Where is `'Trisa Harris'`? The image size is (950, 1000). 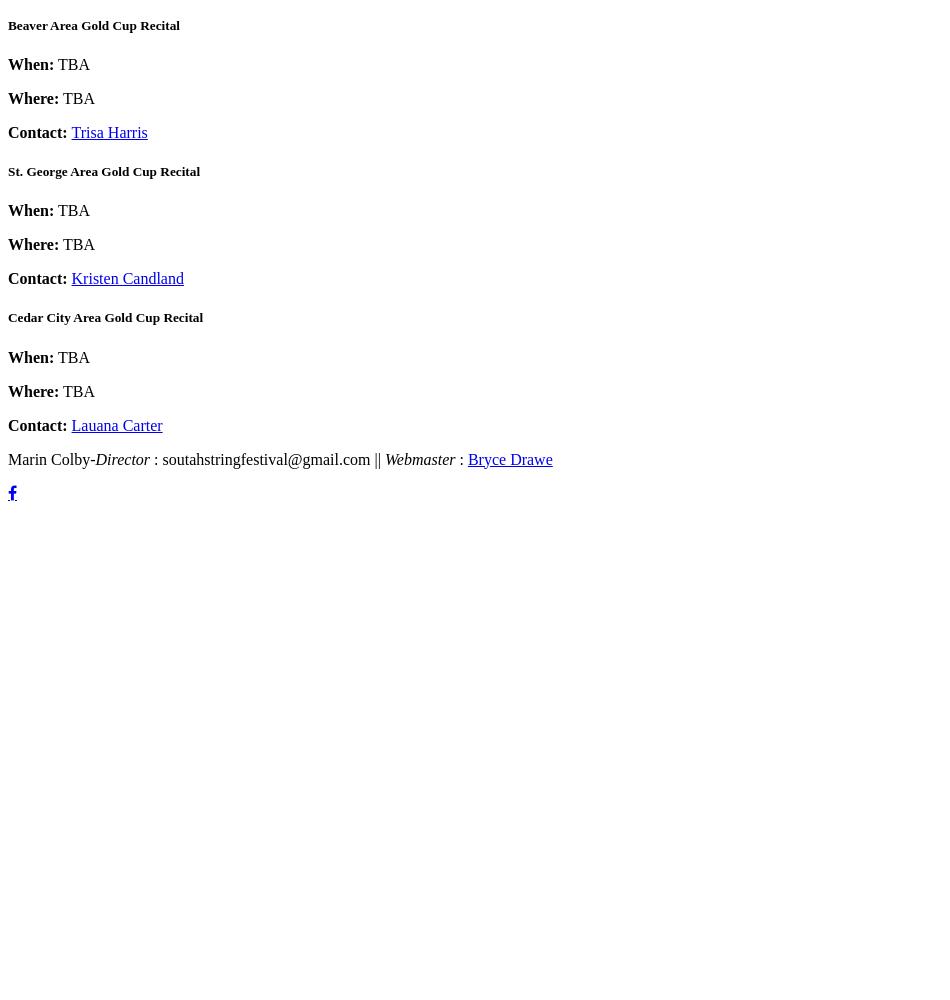 'Trisa Harris' is located at coordinates (108, 131).